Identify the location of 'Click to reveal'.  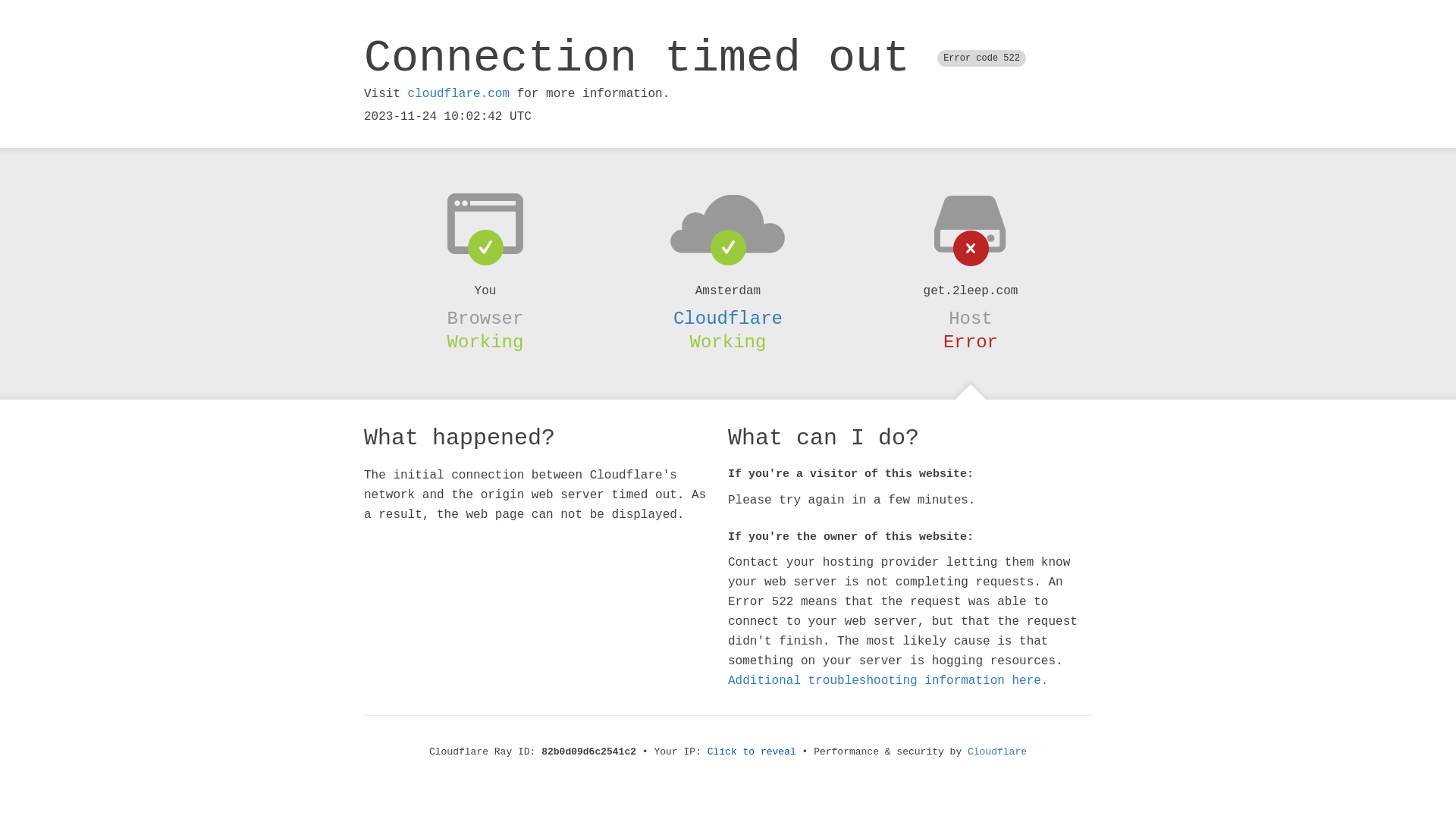
(752, 752).